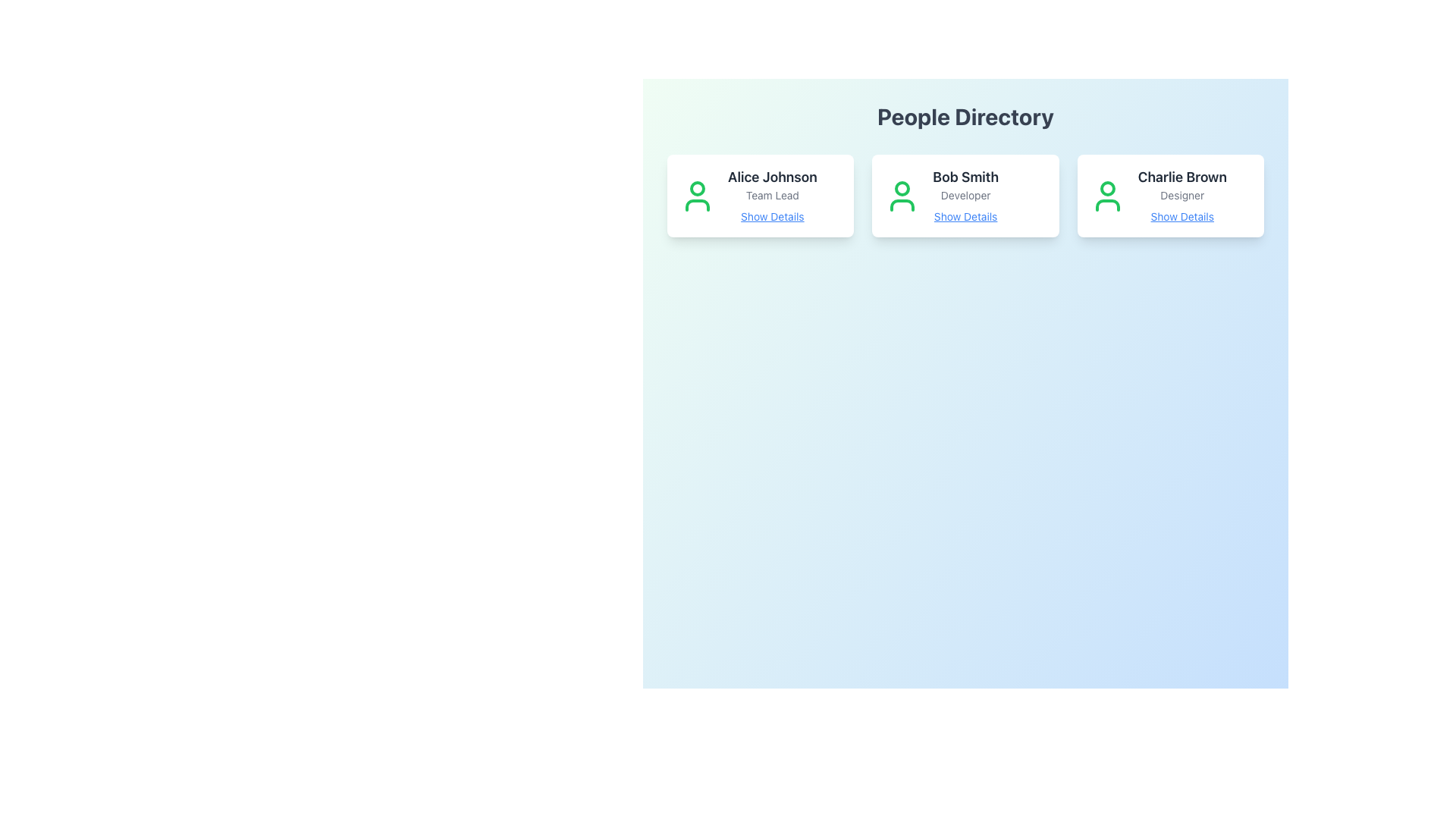 The height and width of the screenshot is (819, 1456). Describe the element at coordinates (772, 216) in the screenshot. I see `the hyperlink located beneath the text 'Team Lead' and below the name 'Alice Johnson' in the leftmost profile card` at that location.